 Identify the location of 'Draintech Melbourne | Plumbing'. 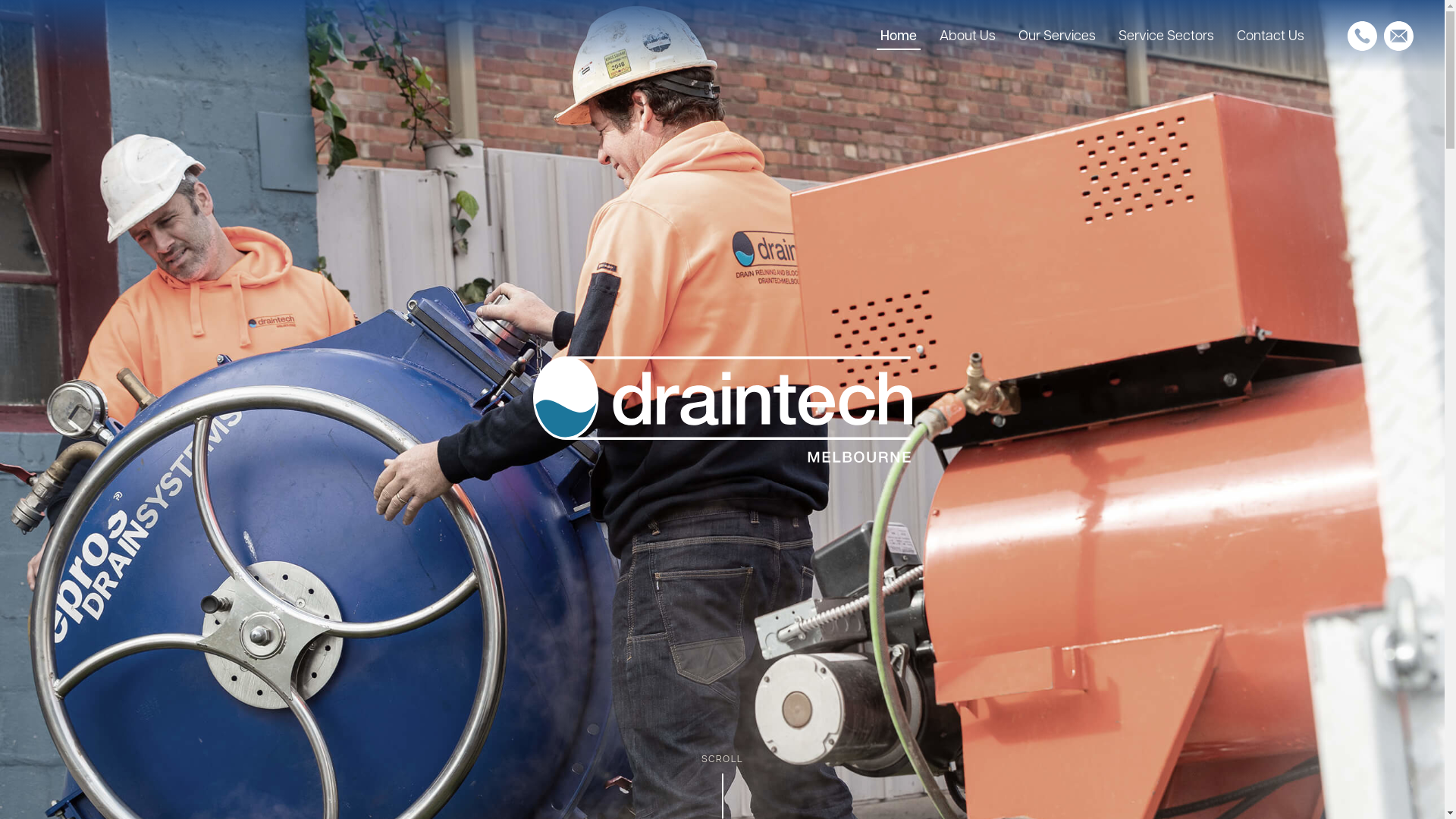
(720, 409).